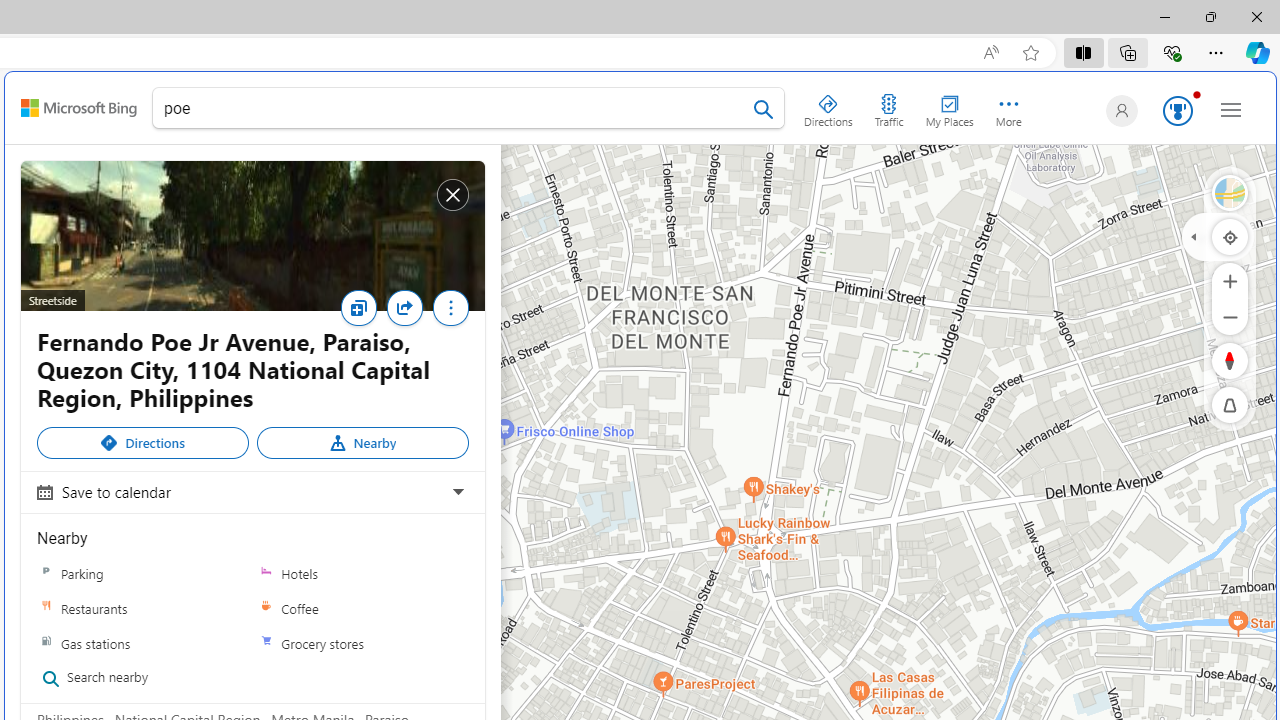 The height and width of the screenshot is (720, 1280). I want to click on 'My Places', so click(948, 106).